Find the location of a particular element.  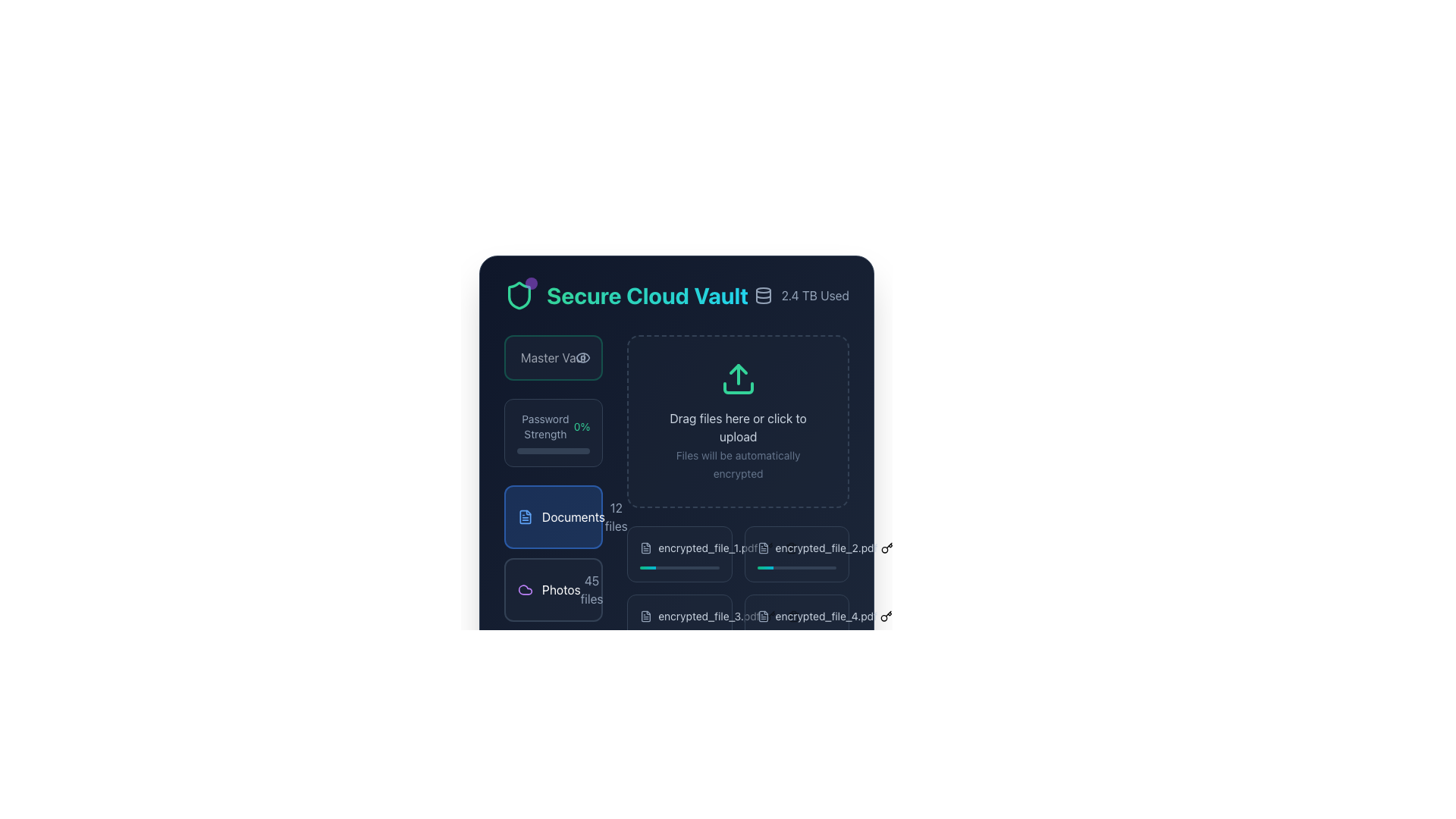

the SVG graphic icon located to the left of the filename 'encrypted_file_4.pdf' in the second row of the documents section is located at coordinates (763, 617).